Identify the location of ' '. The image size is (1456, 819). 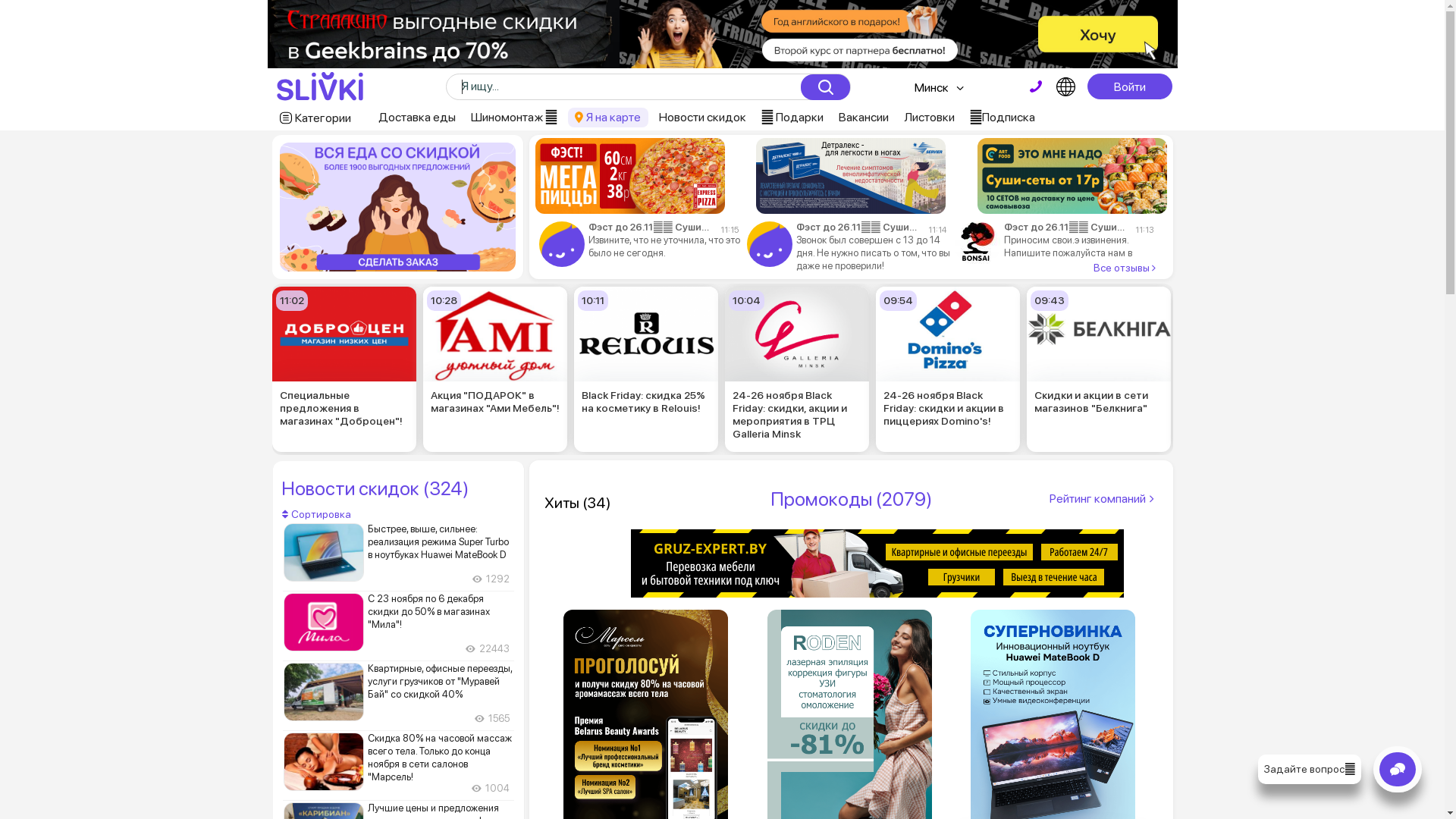
(1035, 86).